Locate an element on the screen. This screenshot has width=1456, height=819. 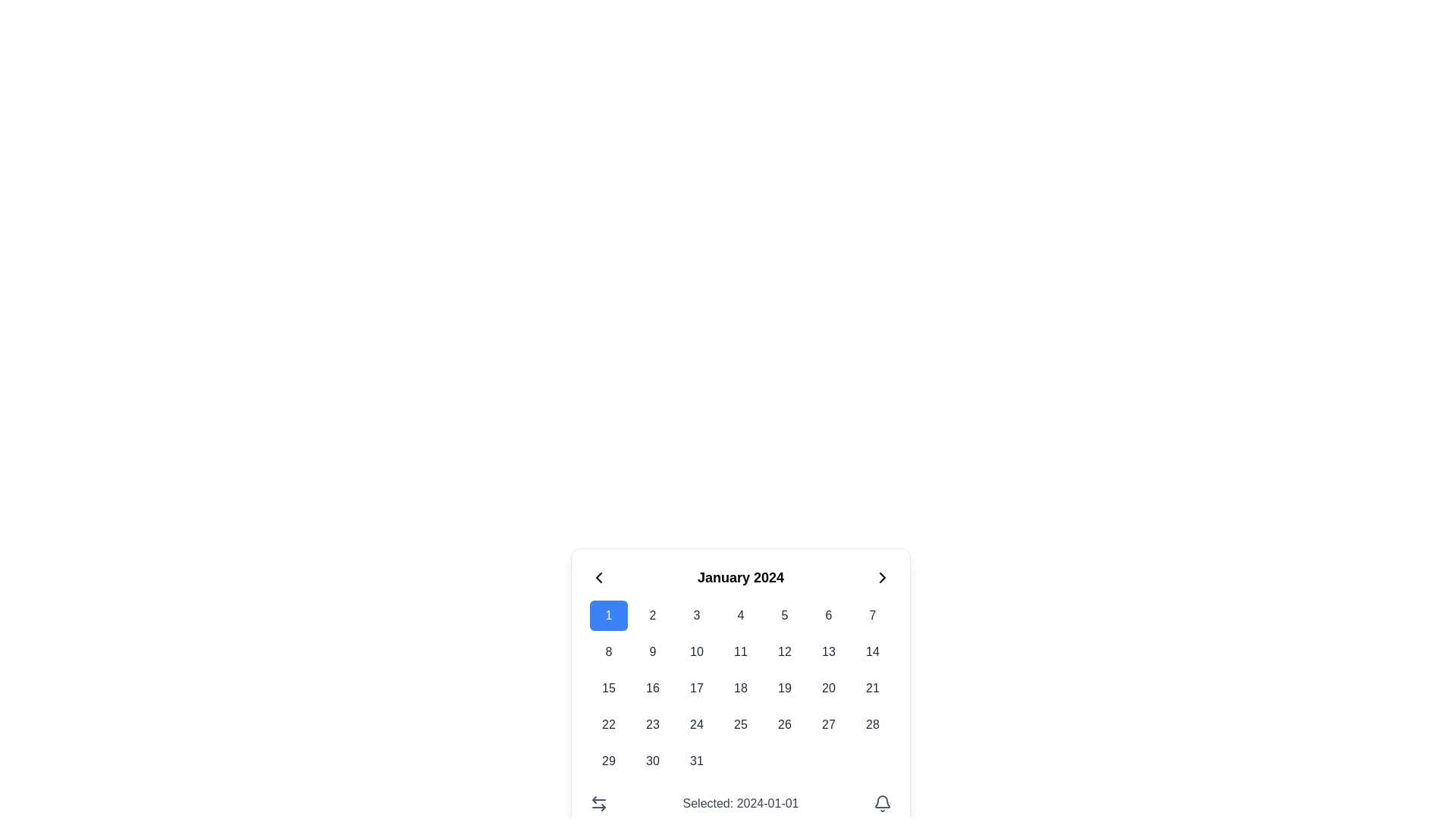
the Calendar day element displaying the number '10' is located at coordinates (695, 651).